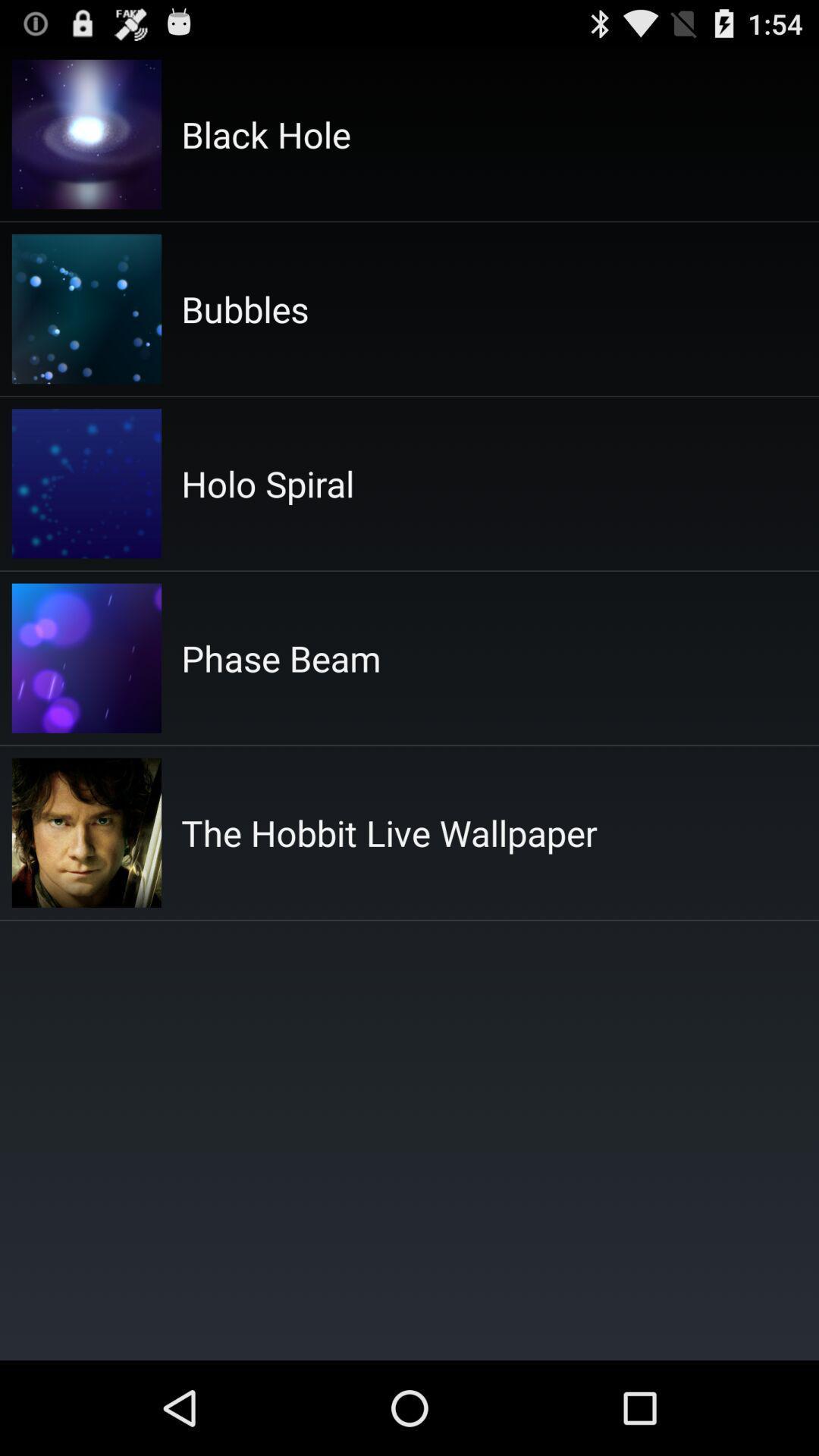 This screenshot has width=819, height=1456. I want to click on the hobbit live icon, so click(388, 832).